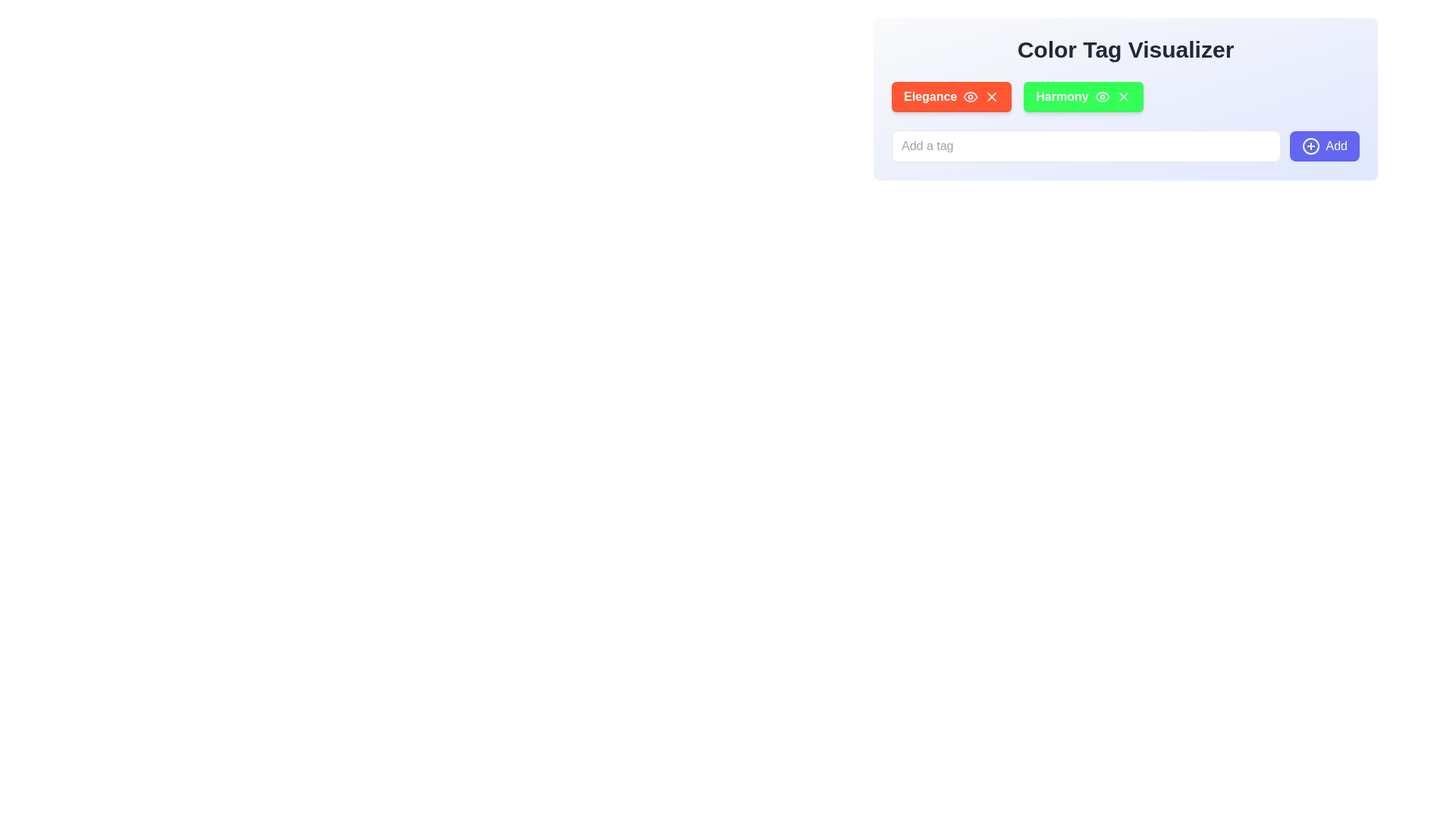 The image size is (1456, 819). I want to click on the 'Harmony' button, which is a green rectangular button with bold white text and two white icons (an eye symbol and an 'X'), so click(1082, 96).